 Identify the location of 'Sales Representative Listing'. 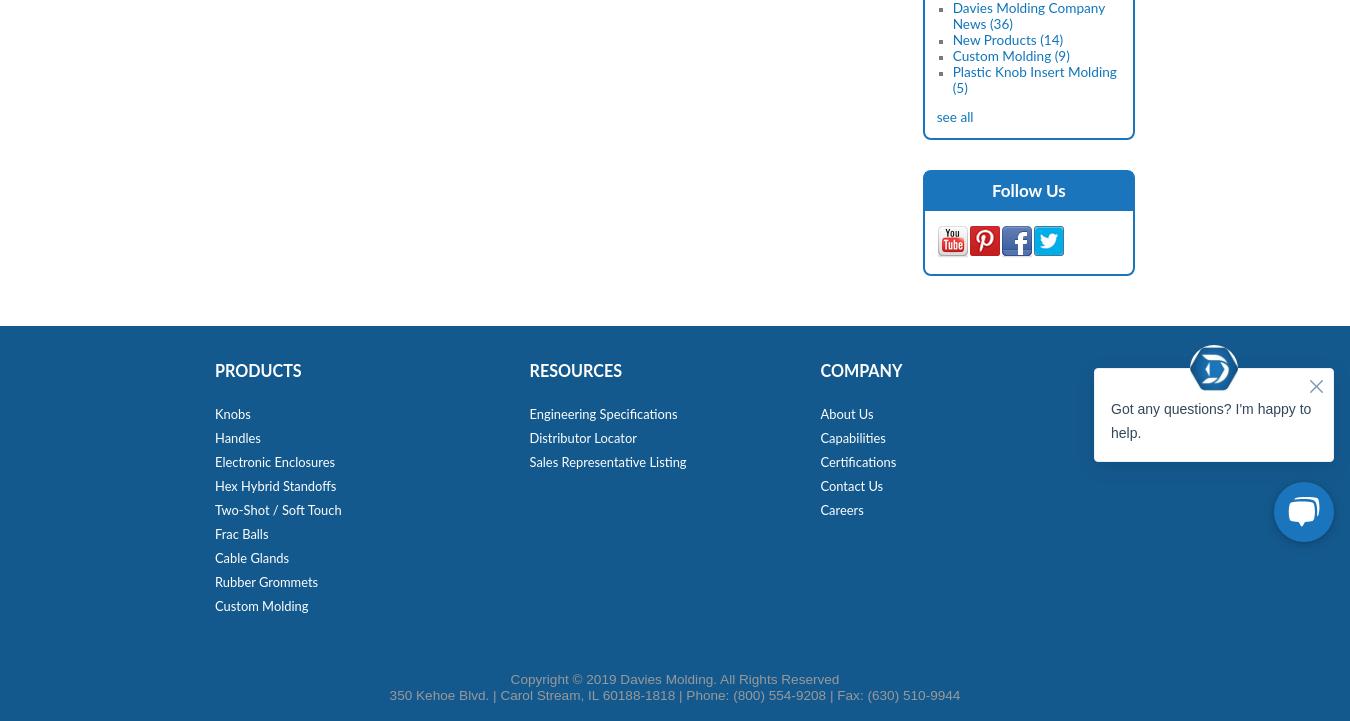
(607, 463).